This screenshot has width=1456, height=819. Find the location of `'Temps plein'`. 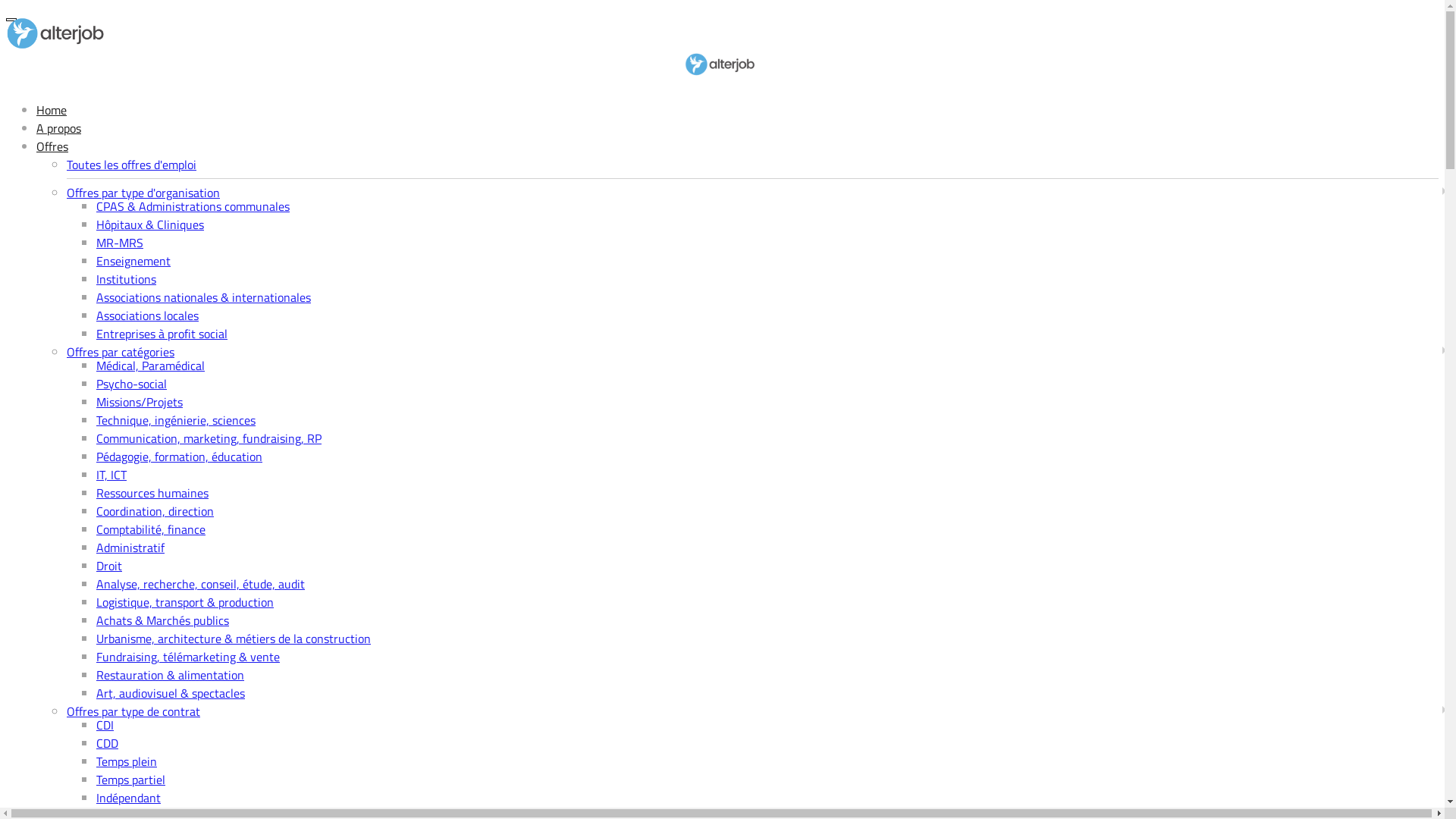

'Temps plein' is located at coordinates (127, 761).